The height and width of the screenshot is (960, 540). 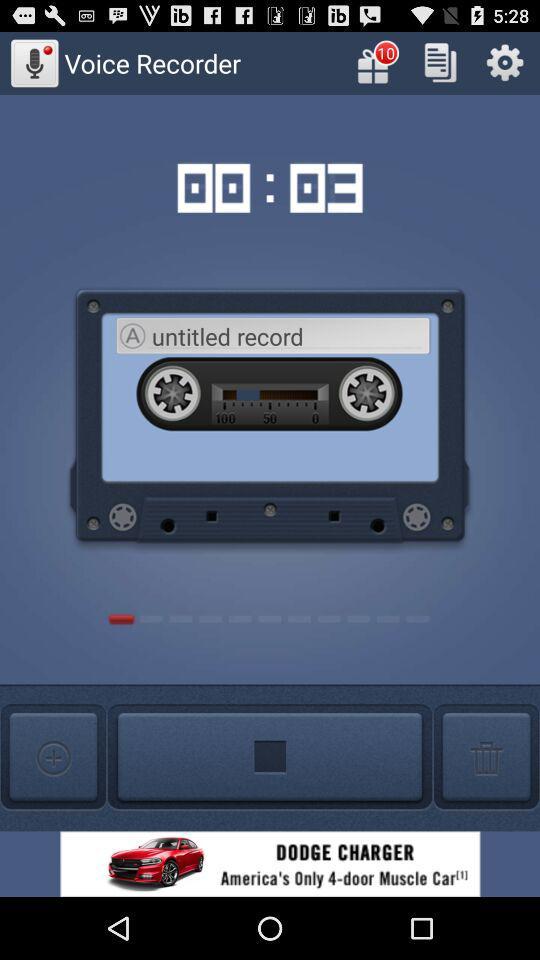 I want to click on delete option, so click(x=485, y=756).